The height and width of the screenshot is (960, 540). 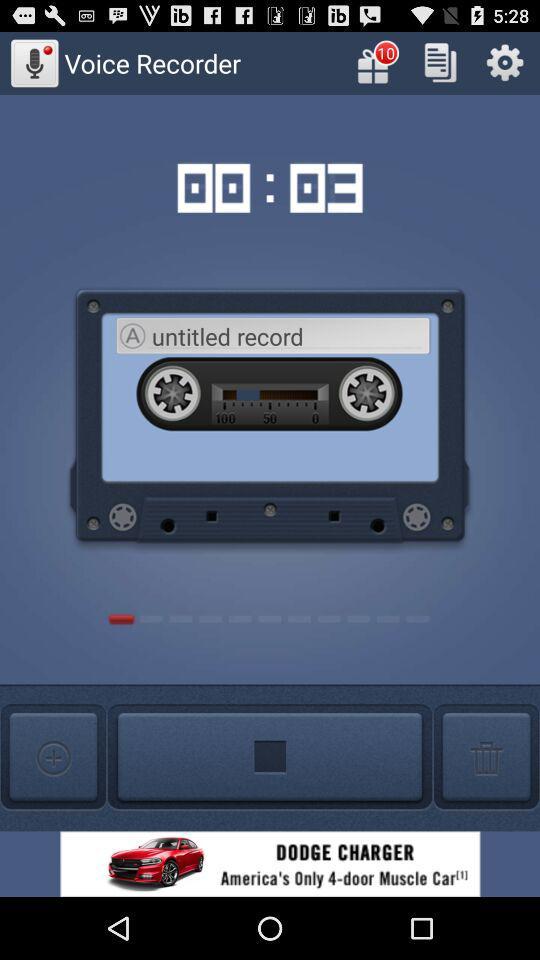 I want to click on delete option, so click(x=485, y=756).